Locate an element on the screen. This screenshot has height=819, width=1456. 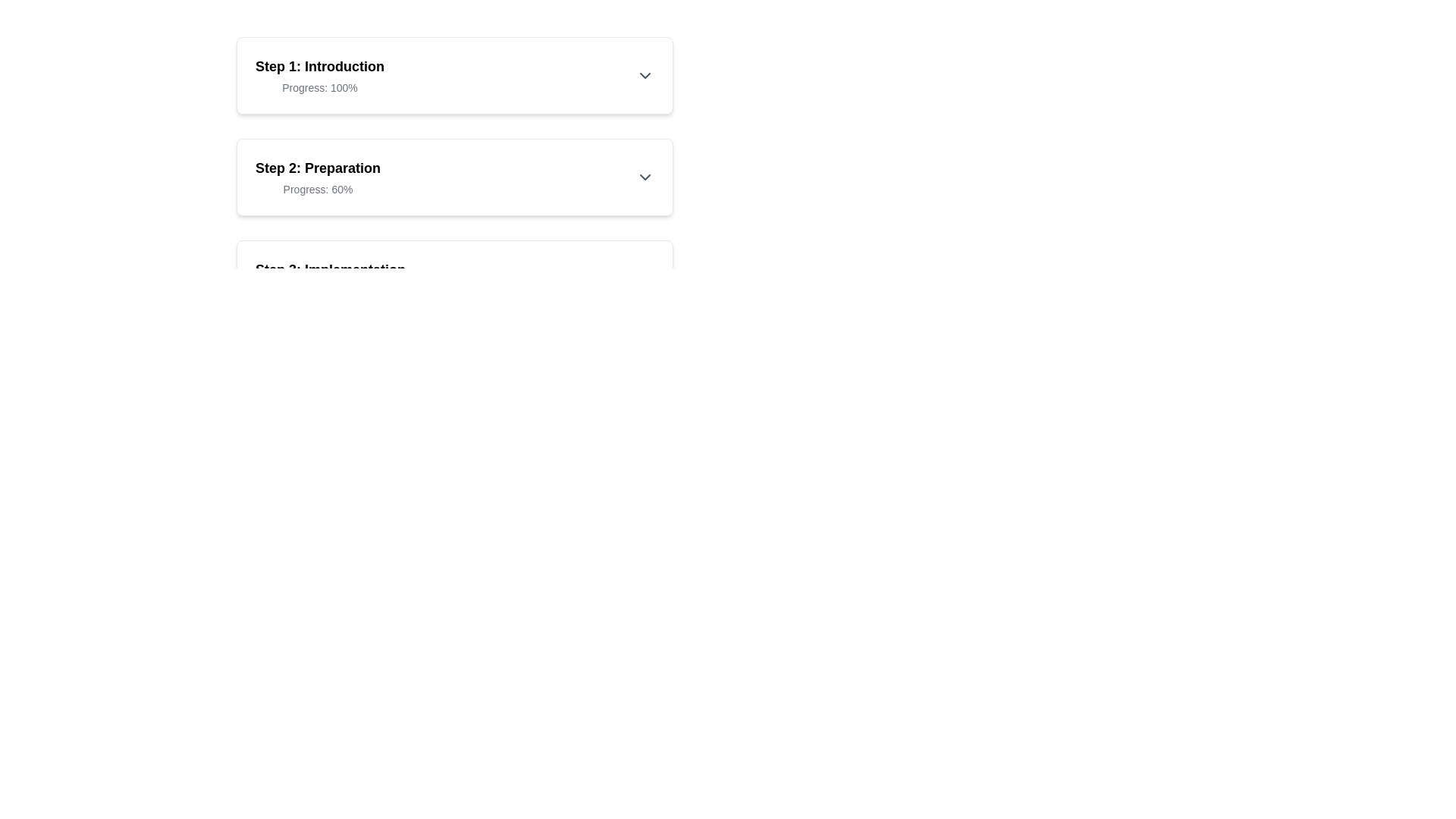
the collapsible section titled 'Step 2: Preparation' is located at coordinates (454, 177).